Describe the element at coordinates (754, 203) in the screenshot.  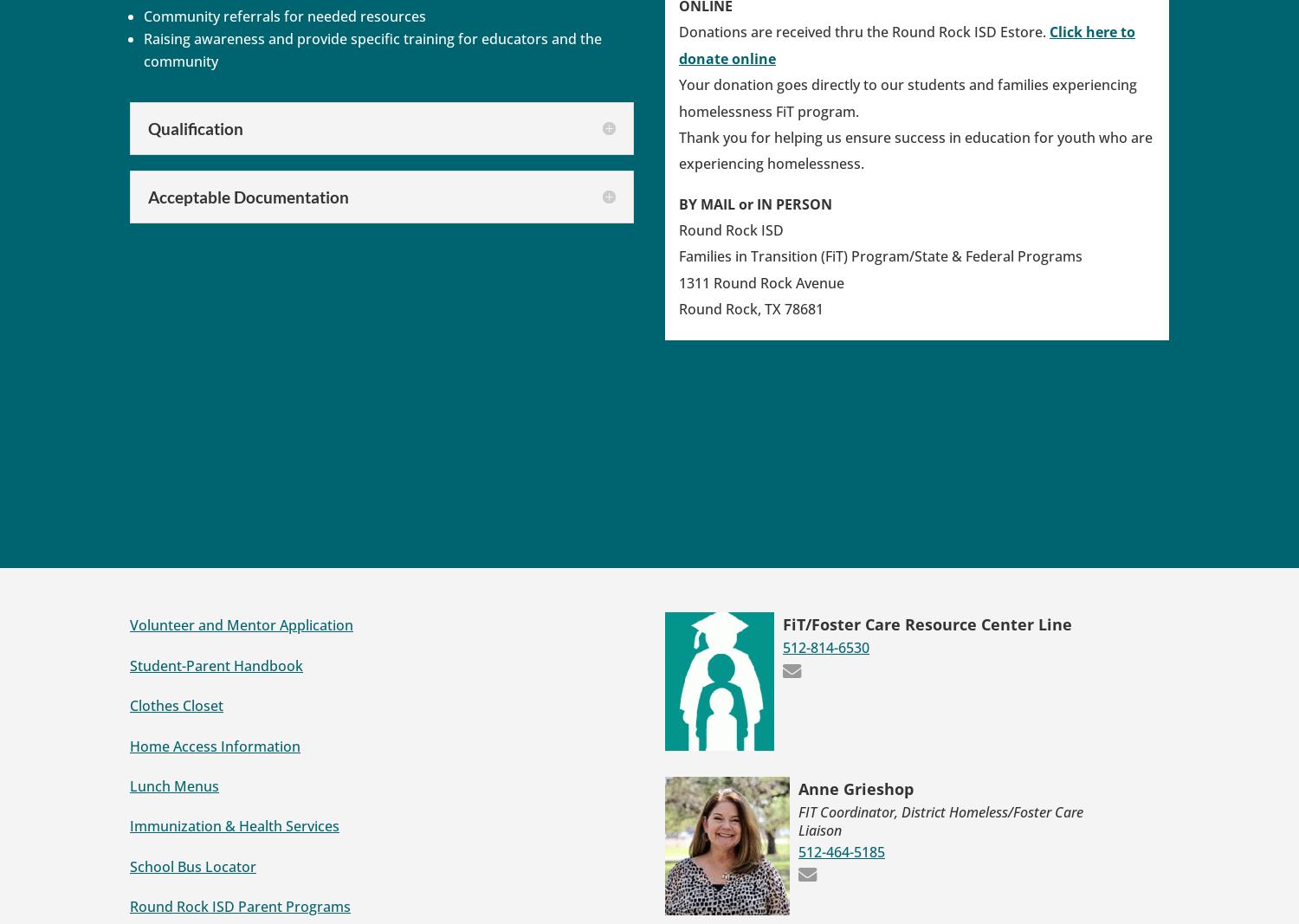
I see `'BY MAIL or IN PERSON'` at that location.